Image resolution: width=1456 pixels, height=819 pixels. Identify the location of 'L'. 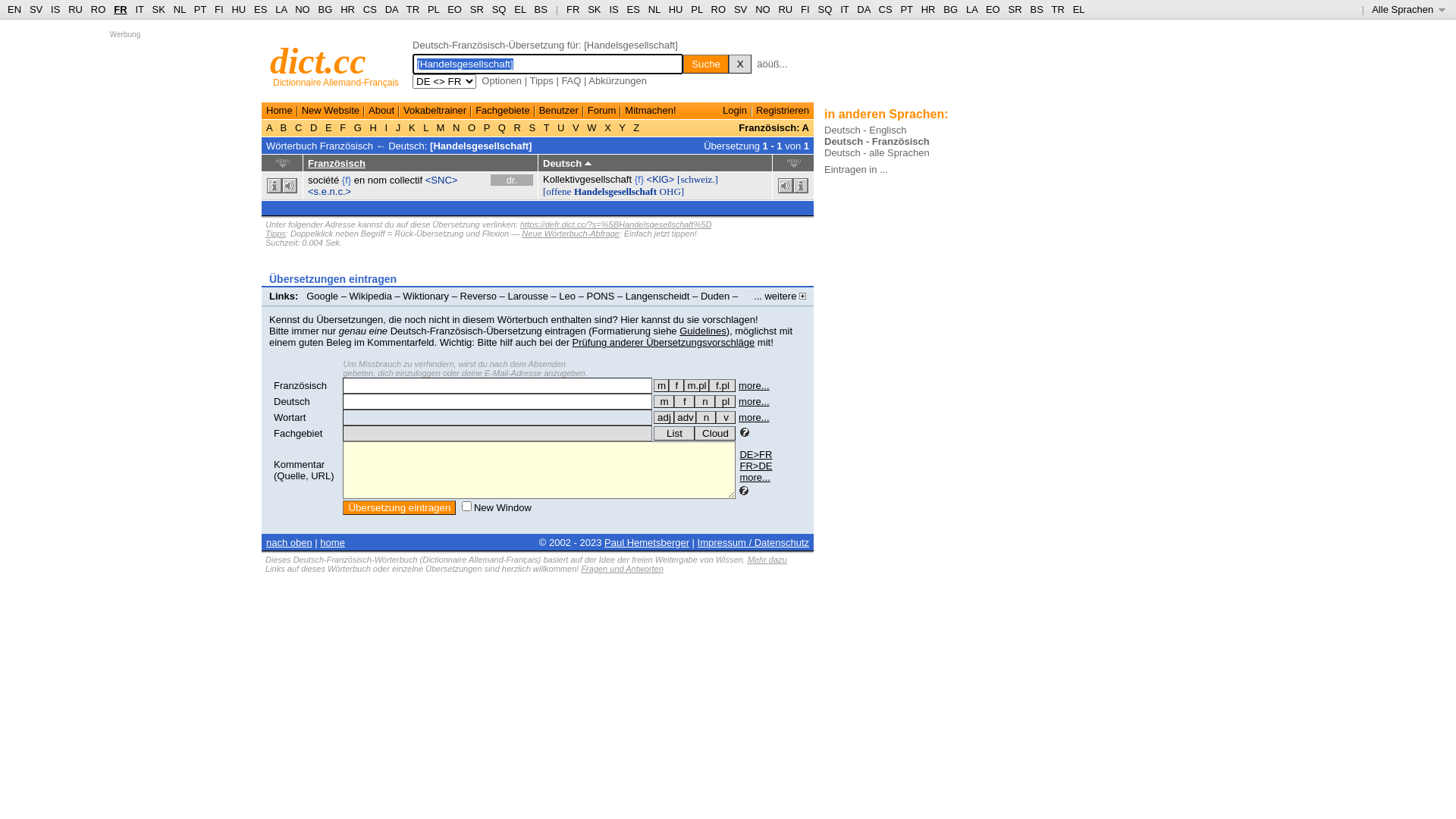
(421, 127).